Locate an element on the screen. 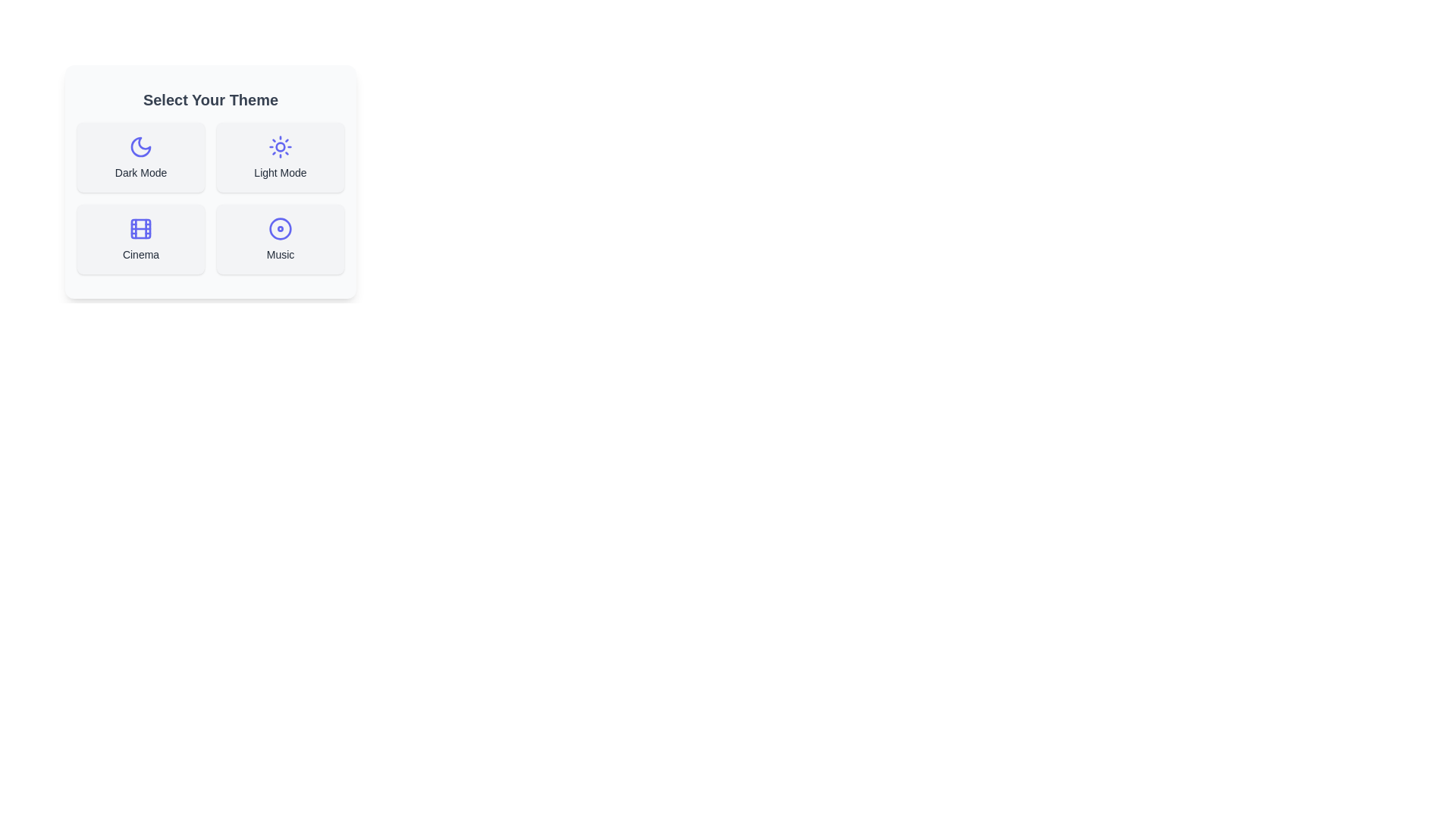 The height and width of the screenshot is (819, 1456). the crescent moon-shaped icon inside the 'Dark Mode' button is located at coordinates (141, 146).